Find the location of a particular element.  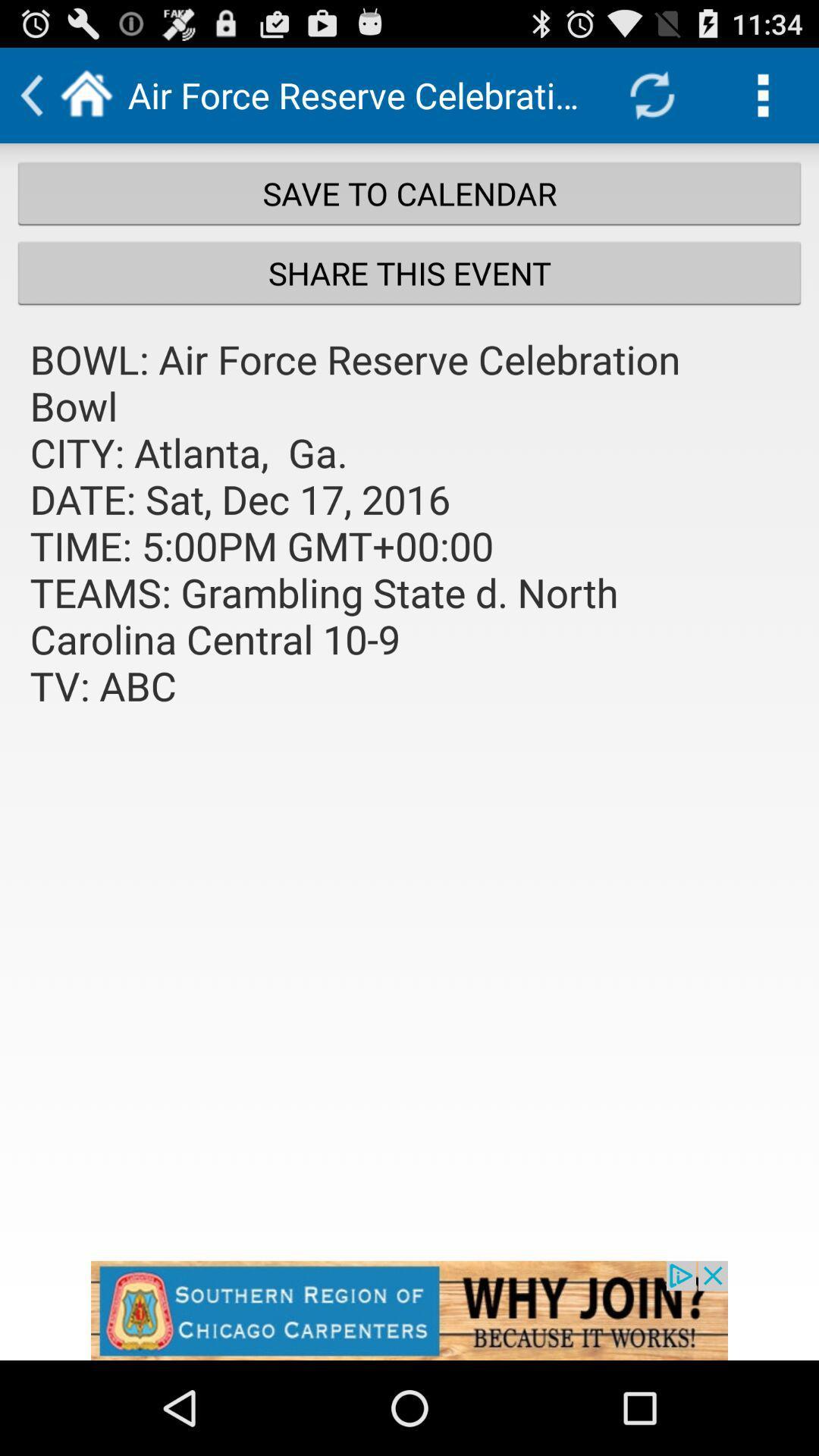

refresh is located at coordinates (651, 94).